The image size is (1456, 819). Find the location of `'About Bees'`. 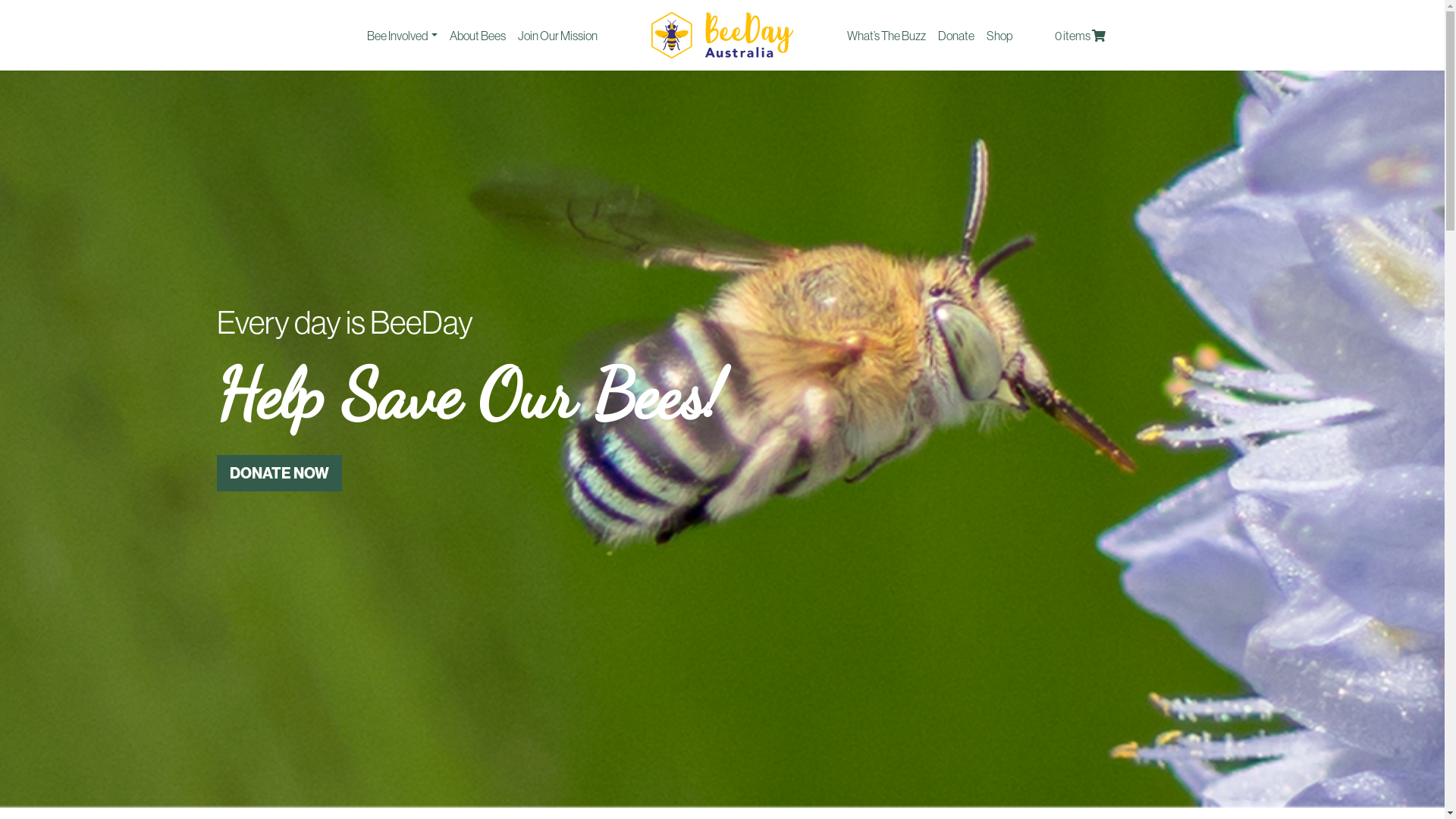

'About Bees' is located at coordinates (476, 34).